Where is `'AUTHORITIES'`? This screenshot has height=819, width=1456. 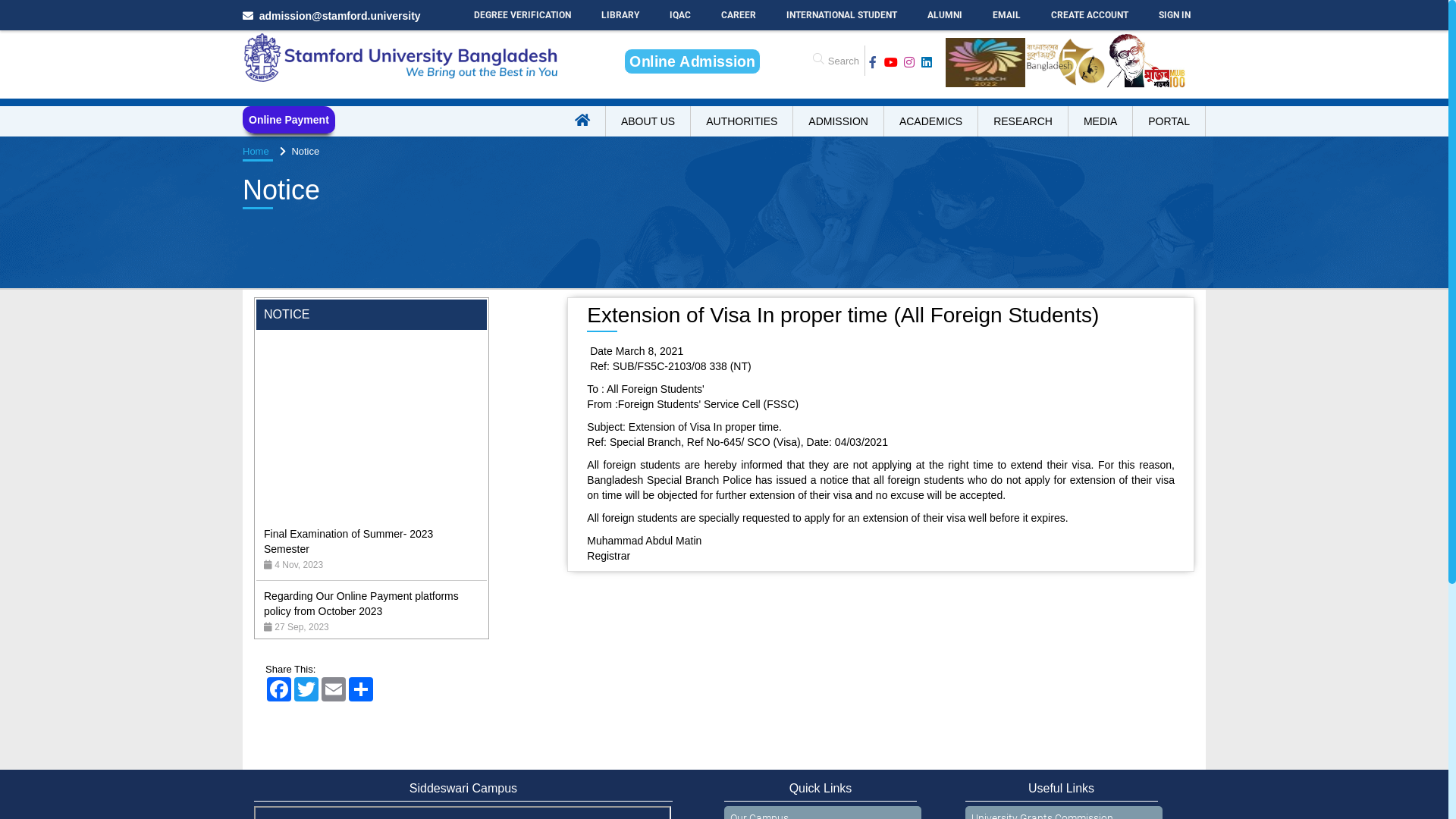
'AUTHORITIES' is located at coordinates (742, 120).